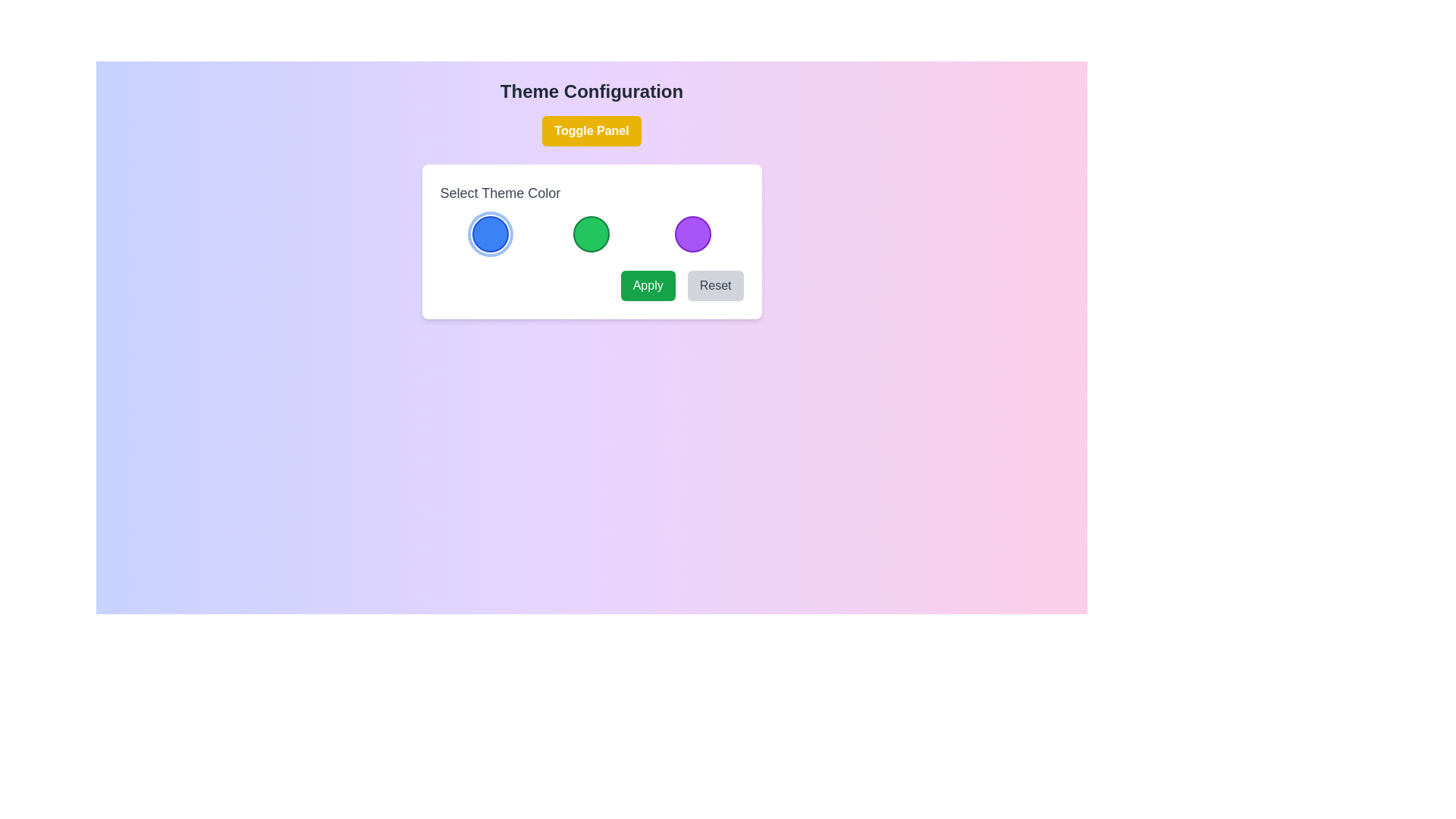  What do you see at coordinates (591, 130) in the screenshot?
I see `the 'Toggle Panel' button, which is a rectangular button with a yellow background and bold white text, positioned centrally above the 'Theme Configuration' section` at bounding box center [591, 130].